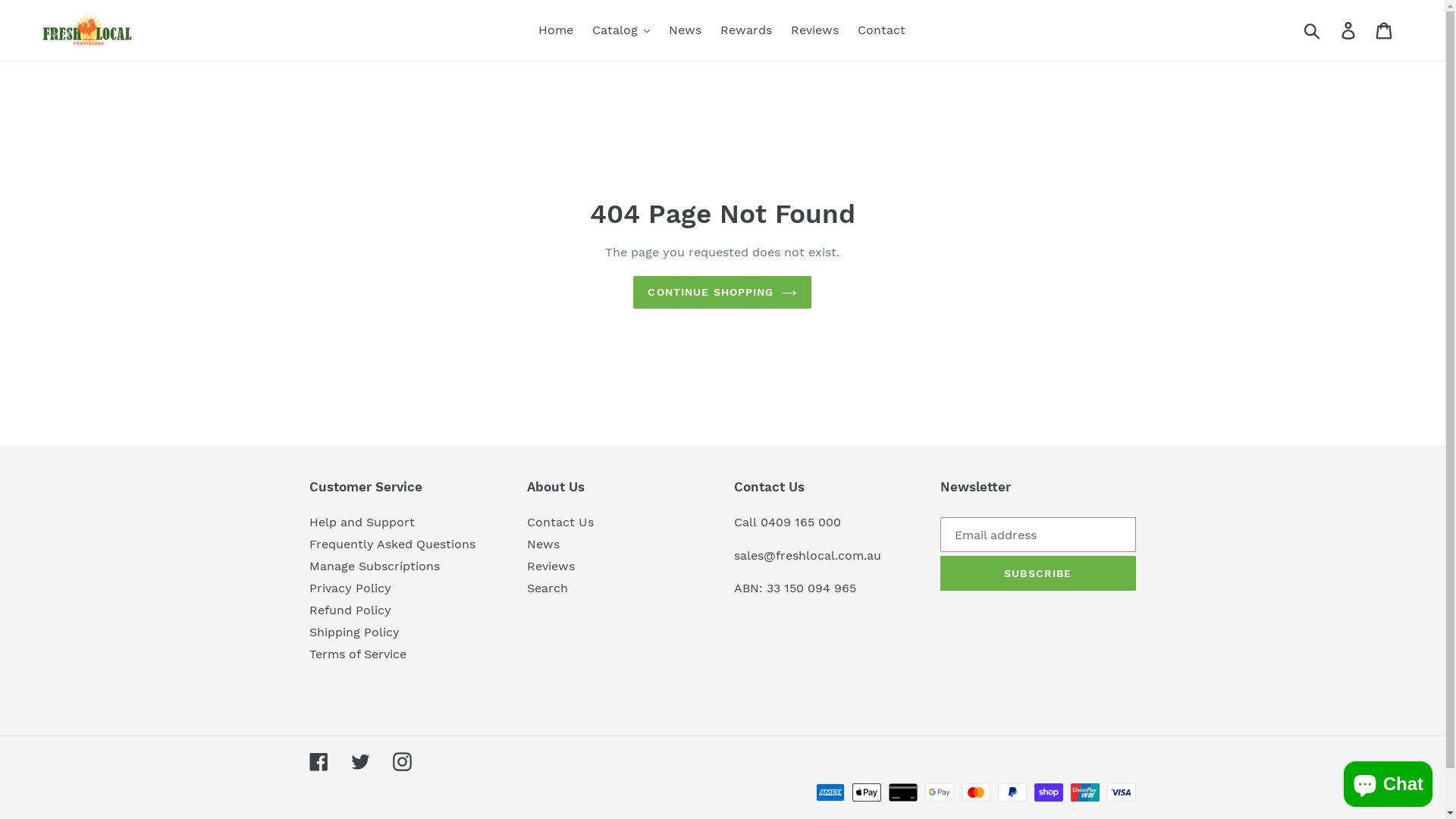  Describe the element at coordinates (720, 292) in the screenshot. I see `'CONTINUE SHOPPING'` at that location.